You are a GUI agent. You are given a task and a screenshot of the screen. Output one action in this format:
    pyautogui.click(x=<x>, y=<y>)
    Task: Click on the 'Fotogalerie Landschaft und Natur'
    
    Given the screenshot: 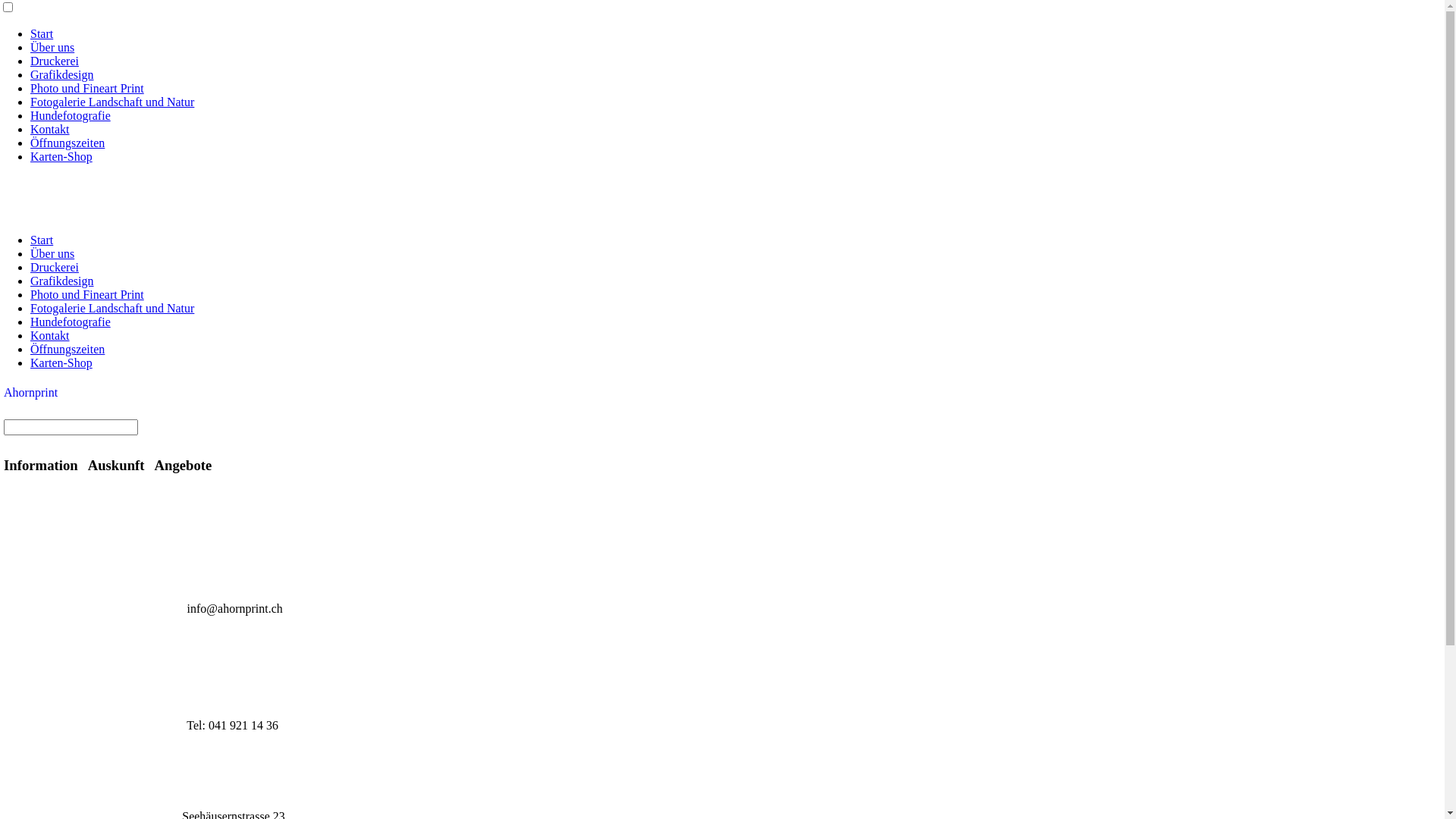 What is the action you would take?
    pyautogui.click(x=111, y=102)
    